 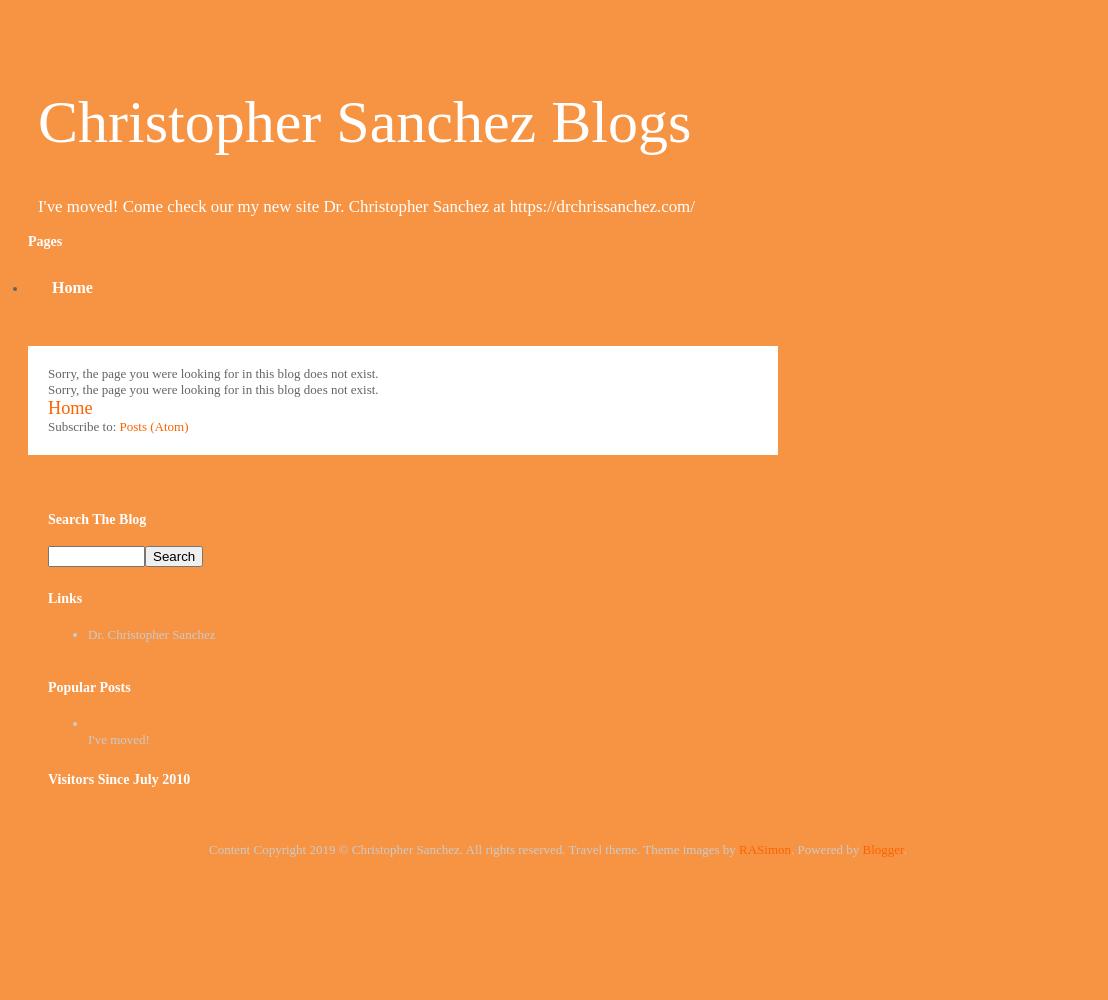 What do you see at coordinates (118, 737) in the screenshot?
I see `'I've moved!'` at bounding box center [118, 737].